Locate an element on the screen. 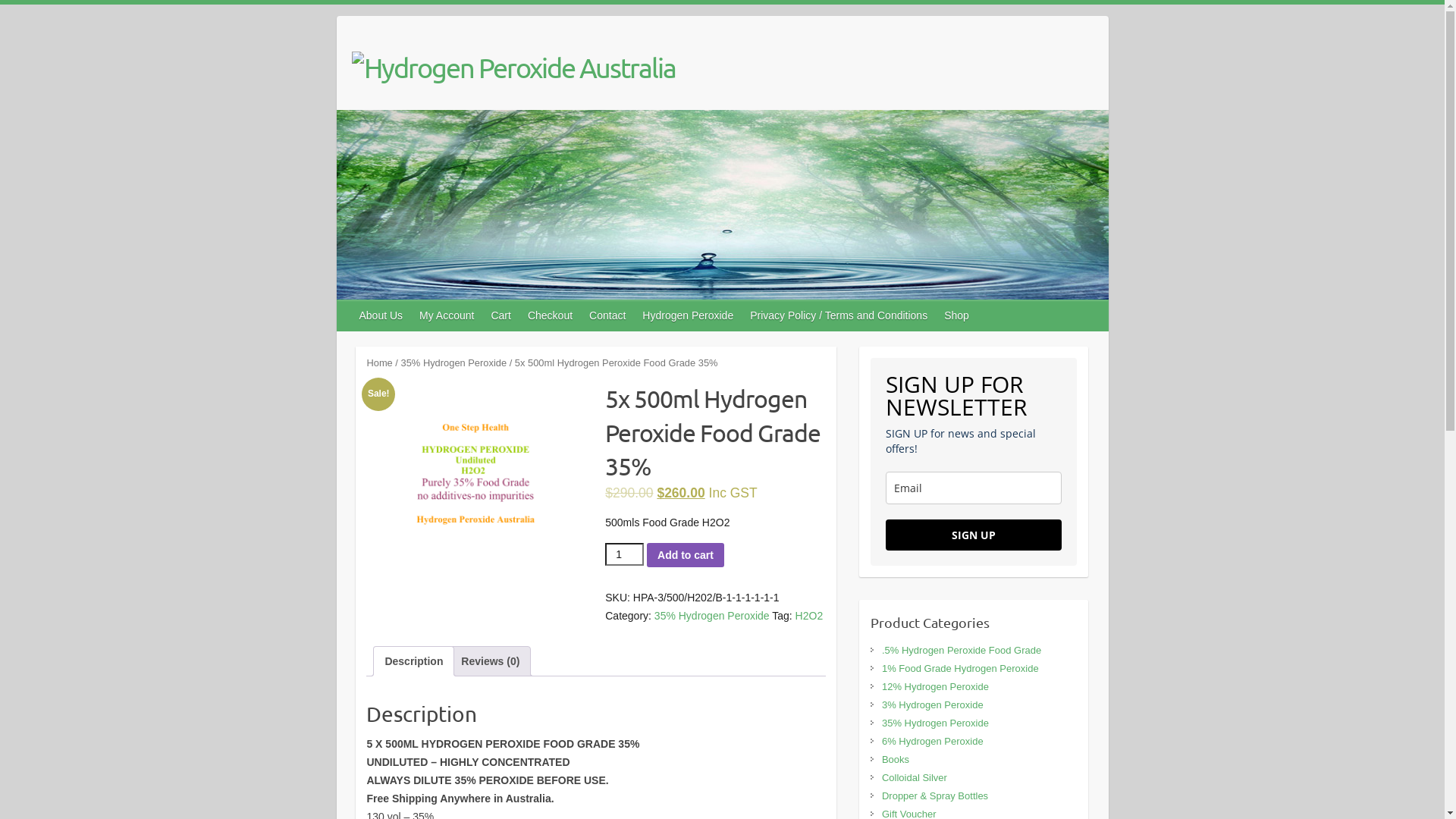 The height and width of the screenshot is (819, 1456). 'Contact' is located at coordinates (581, 315).